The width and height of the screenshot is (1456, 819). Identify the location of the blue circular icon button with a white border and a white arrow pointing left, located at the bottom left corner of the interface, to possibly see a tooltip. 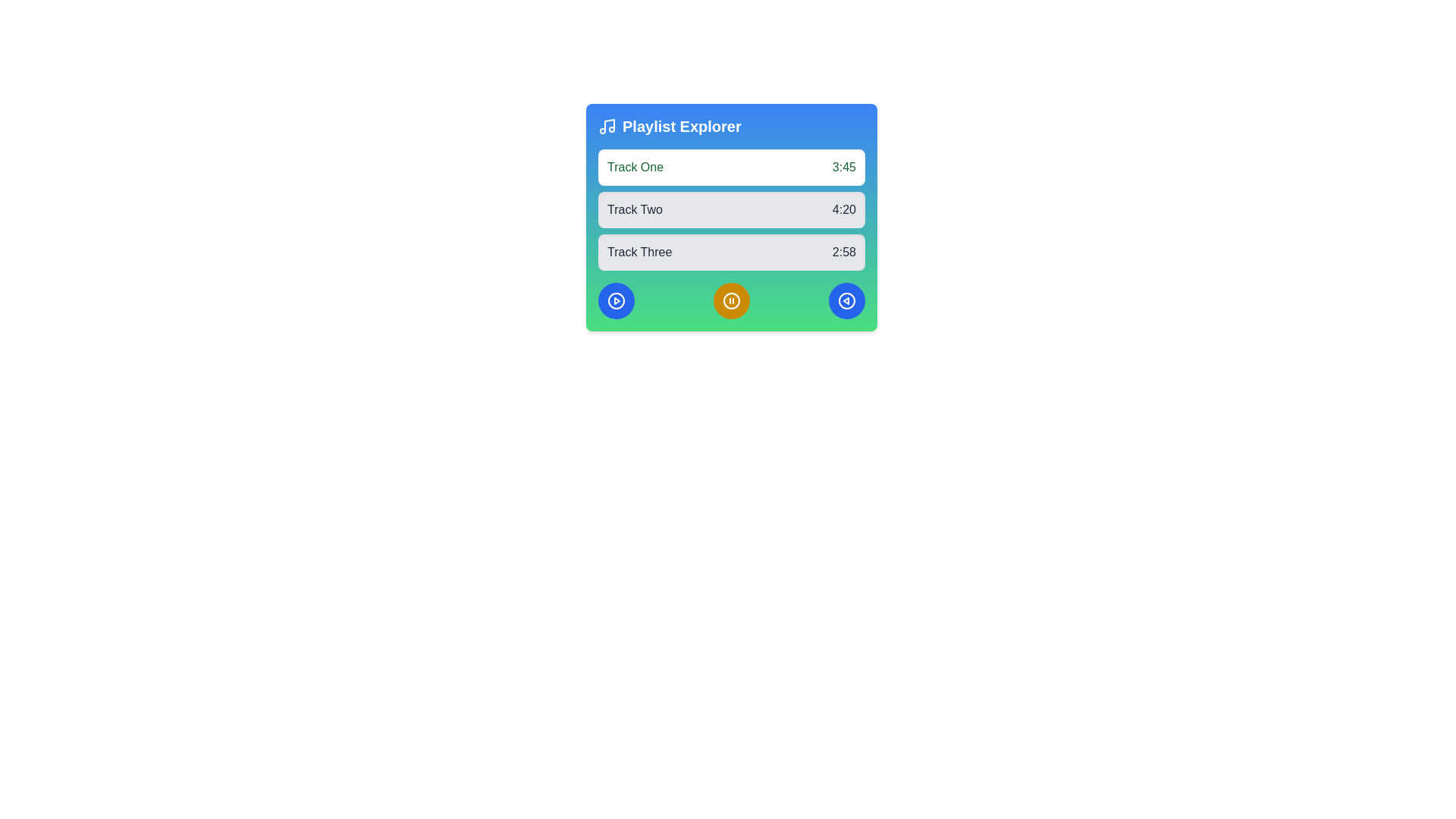
(846, 301).